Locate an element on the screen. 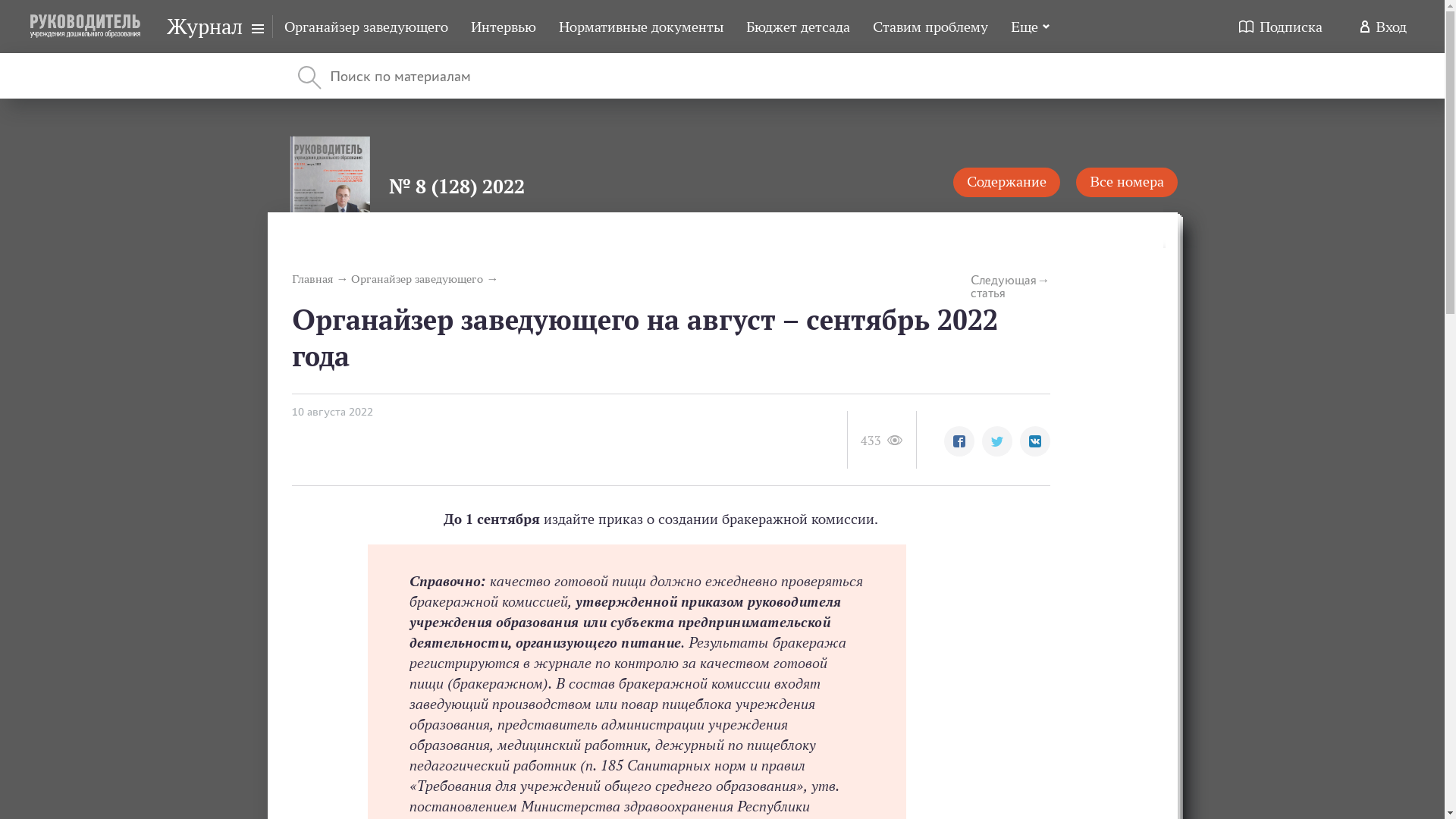 The image size is (1456, 819). 'Share link on Twitter' is located at coordinates (981, 441).